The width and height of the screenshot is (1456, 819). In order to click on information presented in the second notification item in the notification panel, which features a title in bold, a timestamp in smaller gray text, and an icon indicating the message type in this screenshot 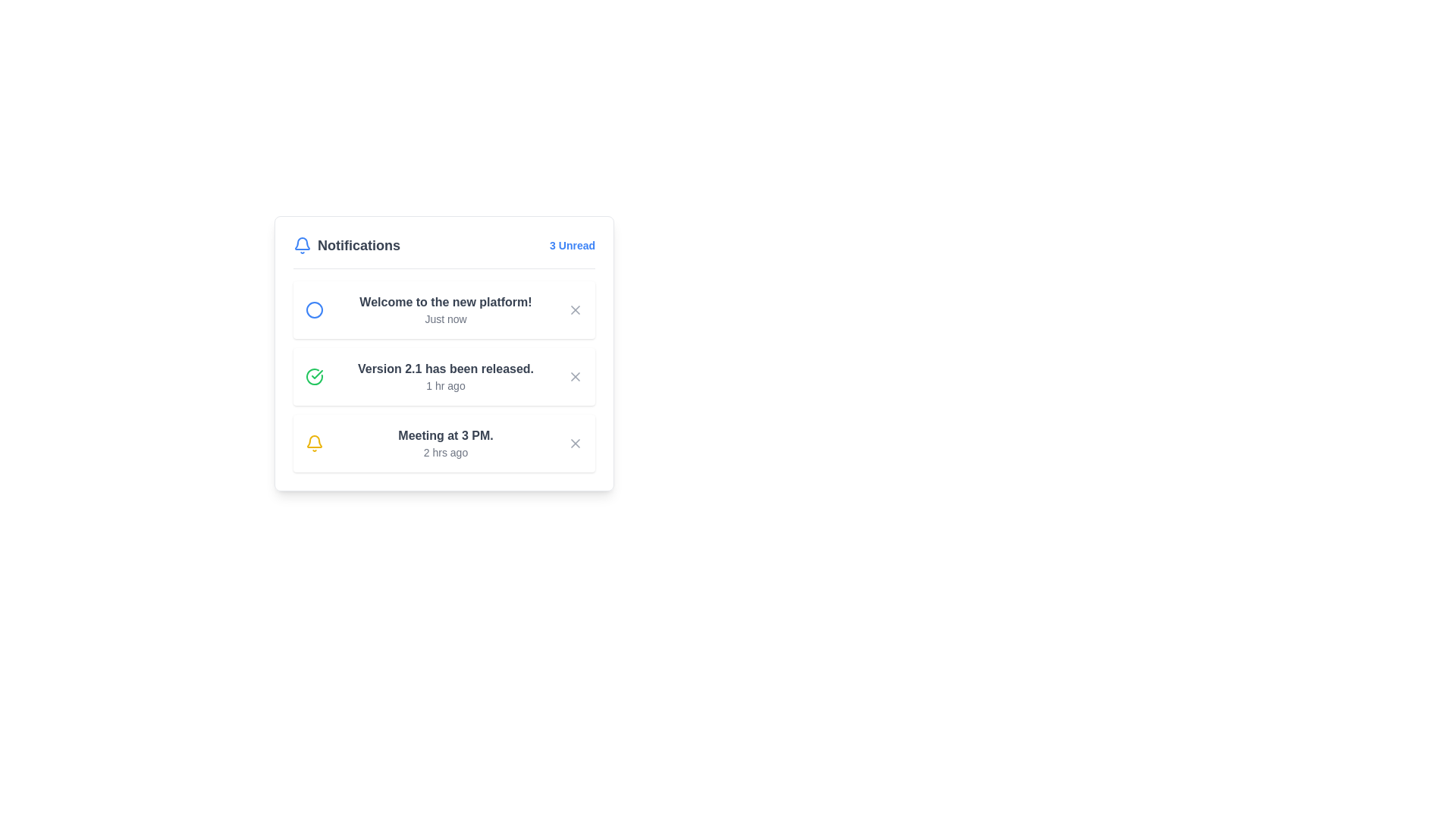, I will do `click(443, 371)`.